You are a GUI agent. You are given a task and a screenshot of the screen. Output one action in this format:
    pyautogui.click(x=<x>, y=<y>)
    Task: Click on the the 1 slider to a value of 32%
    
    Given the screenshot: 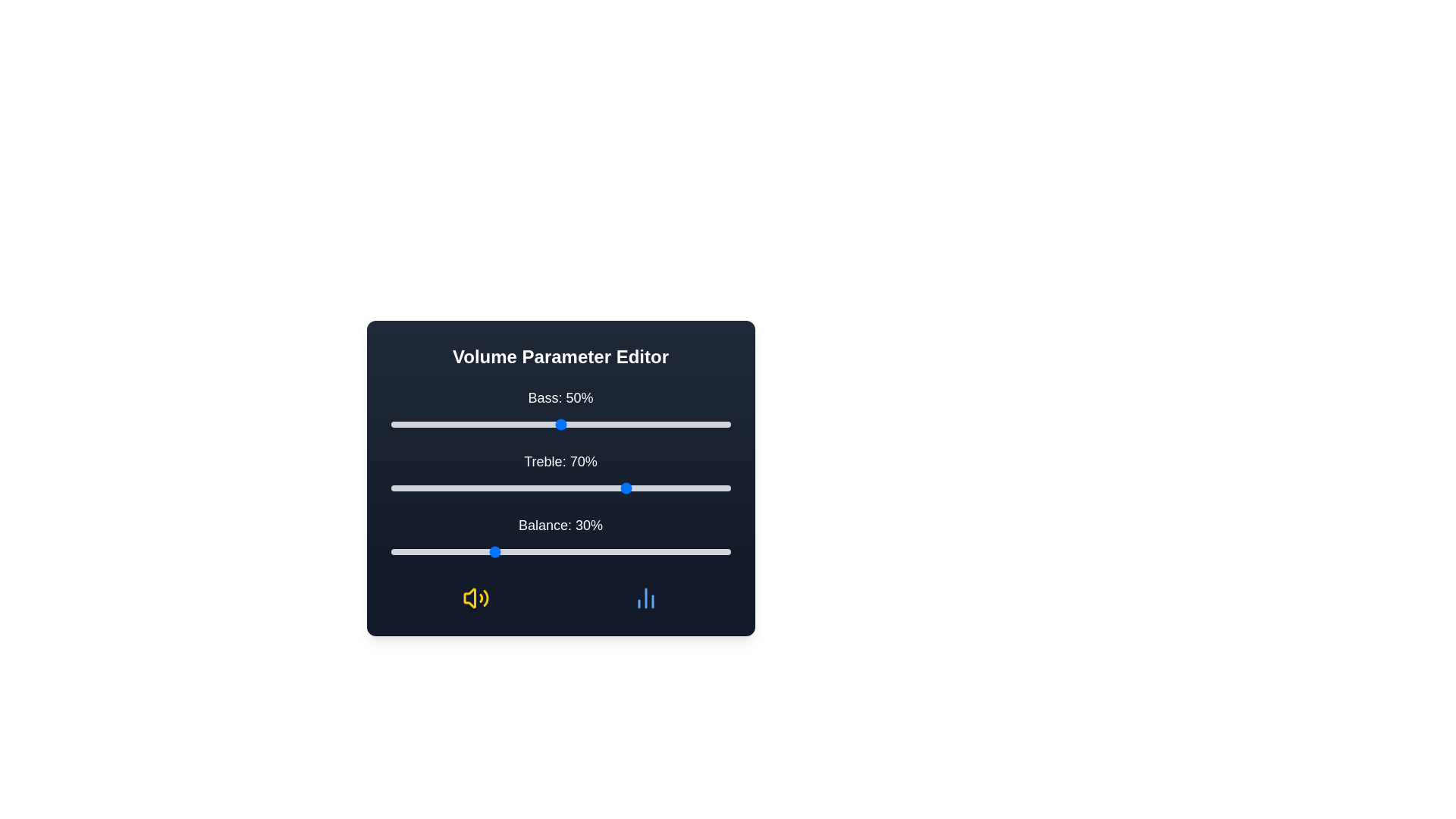 What is the action you would take?
    pyautogui.click(x=499, y=488)
    